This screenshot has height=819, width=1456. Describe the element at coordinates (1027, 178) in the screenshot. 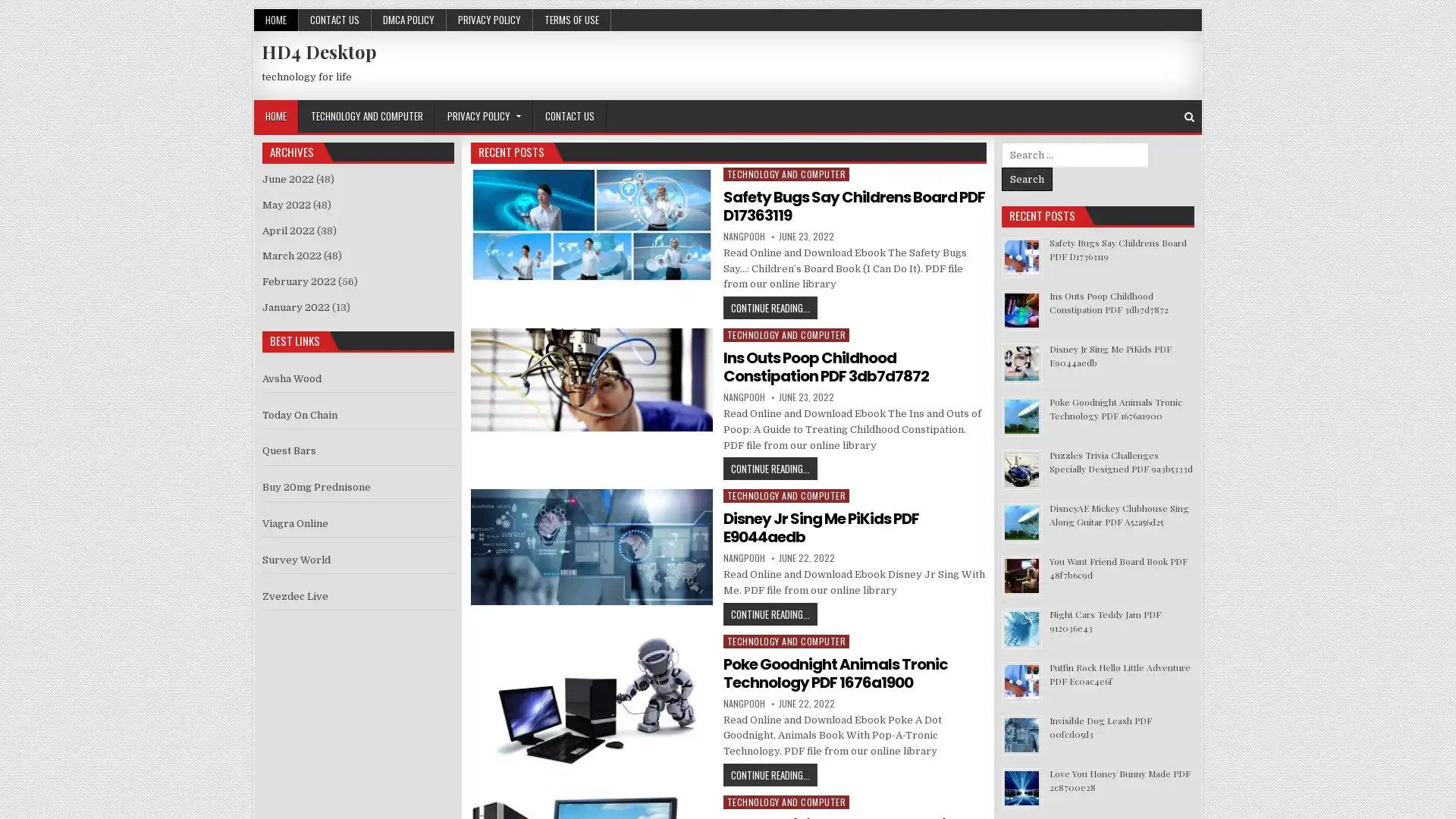

I see `Search` at that location.